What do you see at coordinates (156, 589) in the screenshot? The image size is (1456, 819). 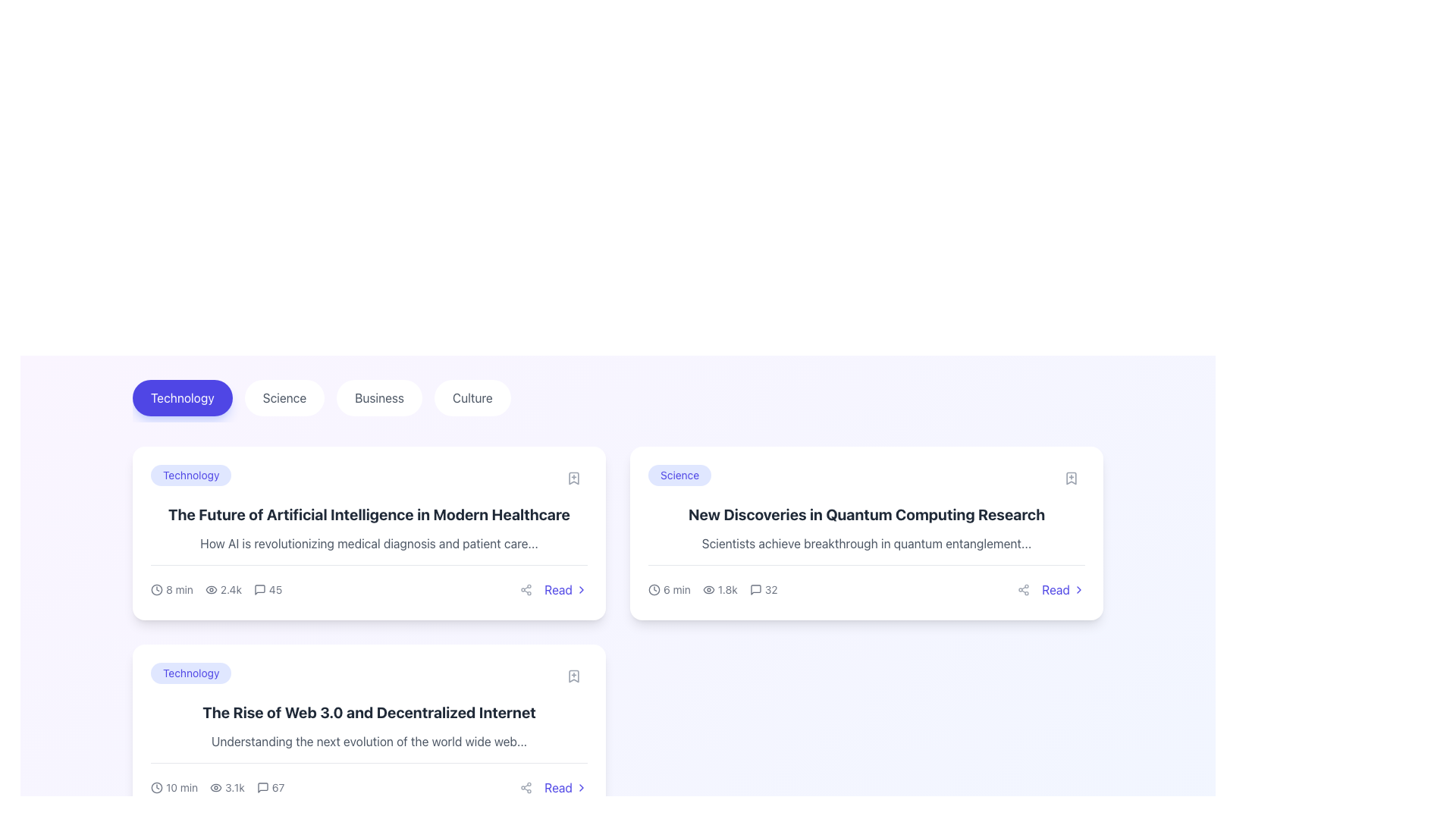 I see `the icon representing the duration of the article, located to the left of '8 min' in the top-left of the first card in the article previews` at bounding box center [156, 589].